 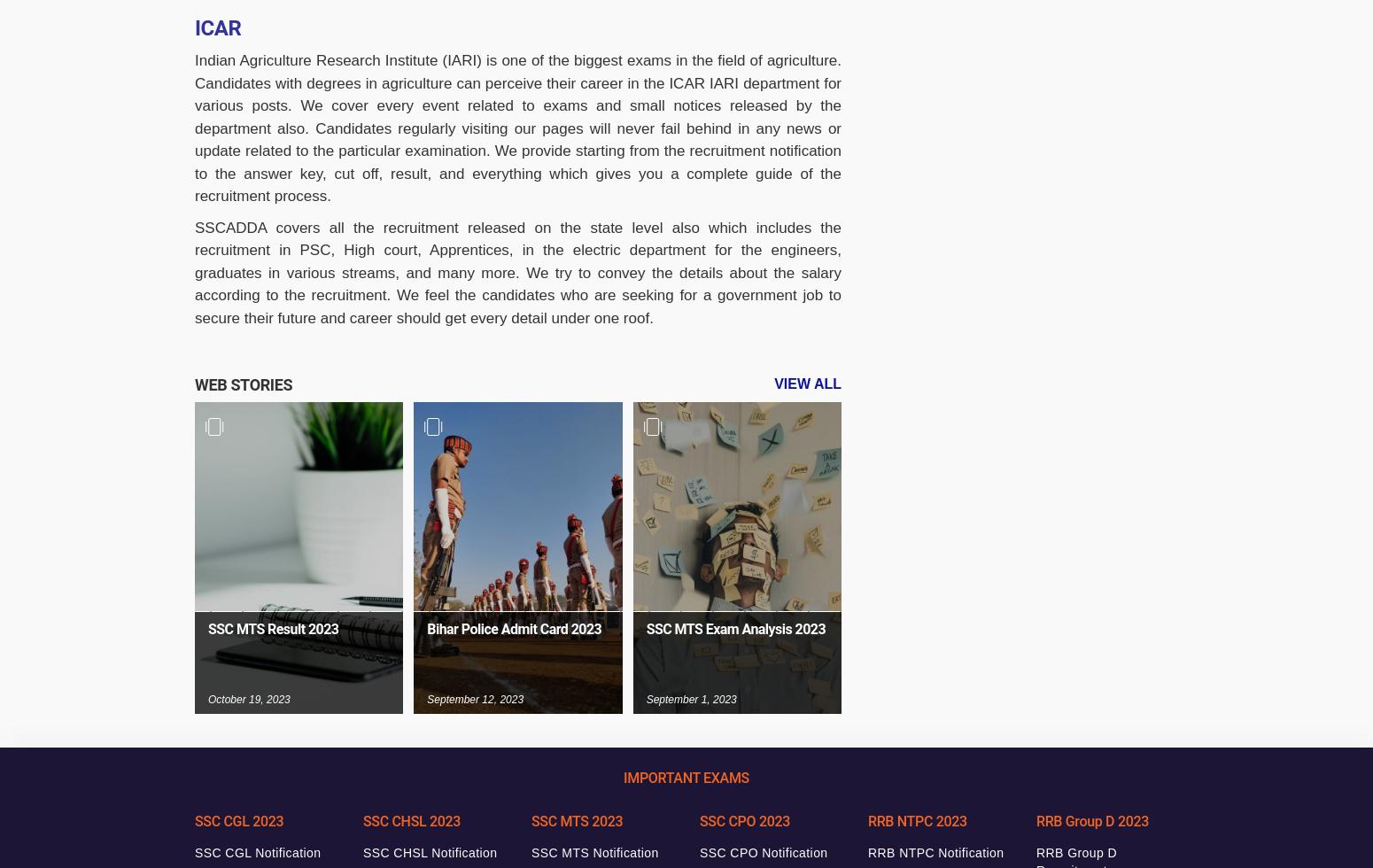 What do you see at coordinates (689, 698) in the screenshot?
I see `'September 1, 2023'` at bounding box center [689, 698].